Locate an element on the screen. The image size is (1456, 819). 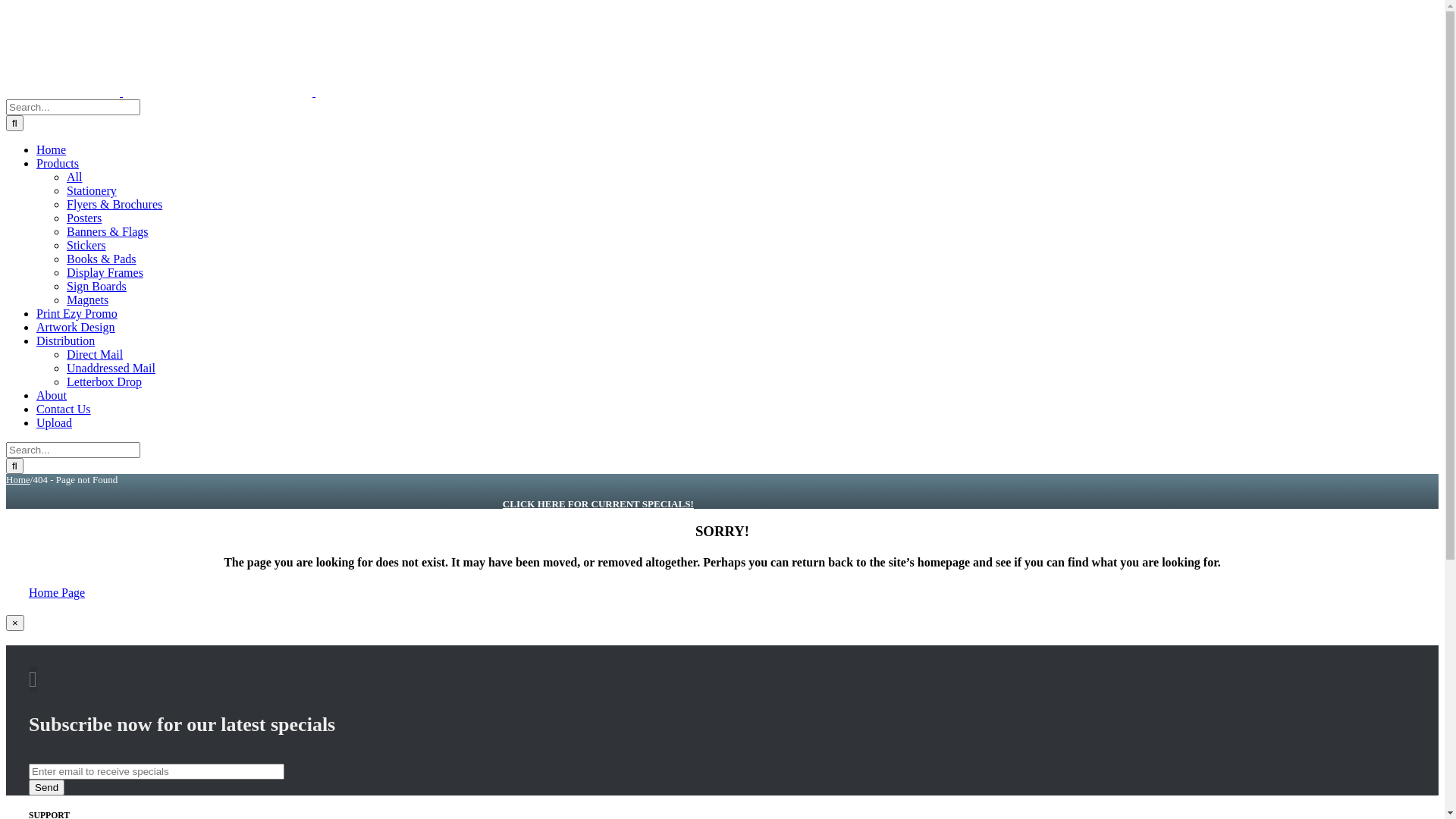
'Flyers & Brochures' is located at coordinates (113, 203).